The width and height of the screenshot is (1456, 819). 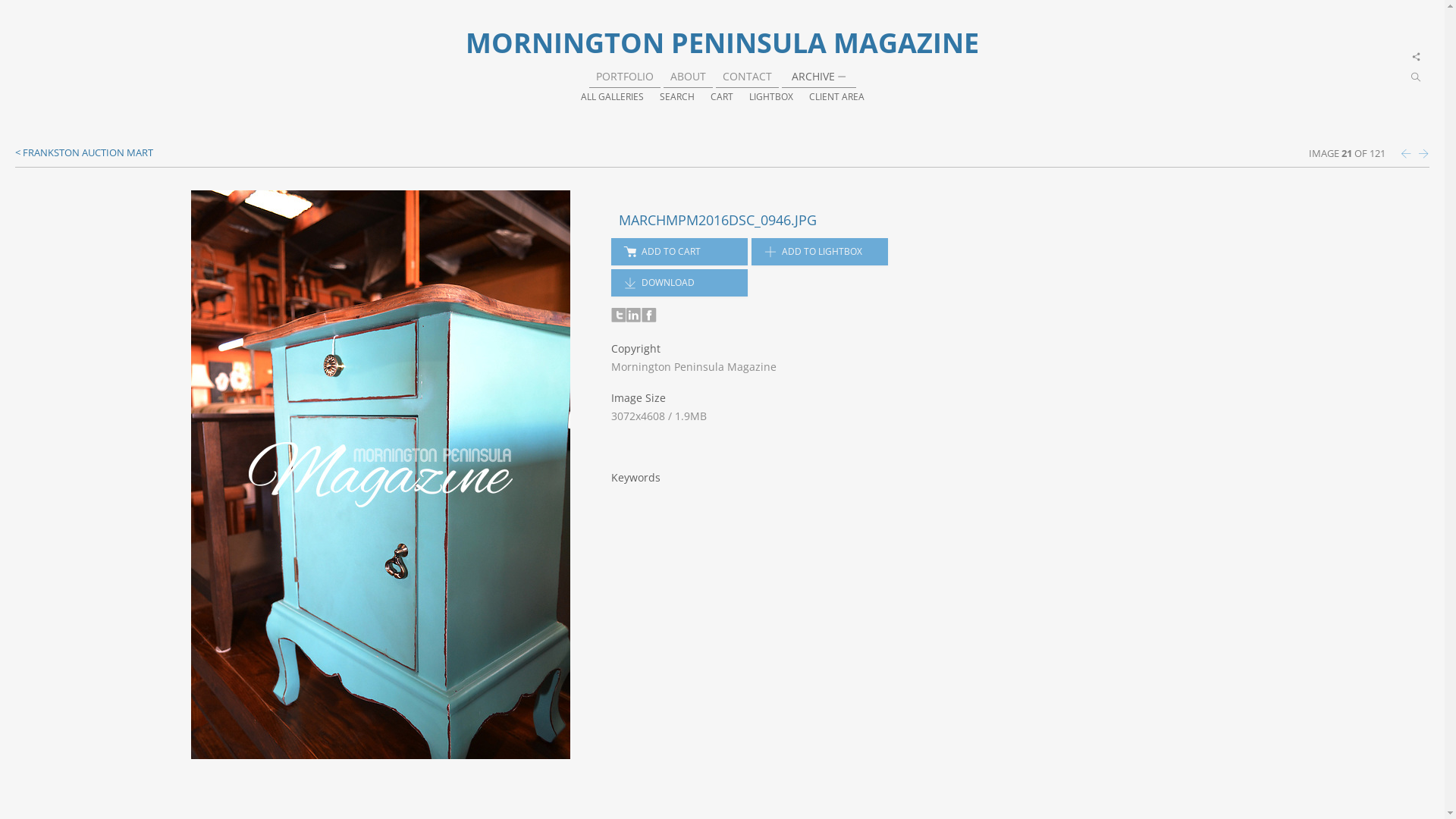 I want to click on 'ADD TO LIGHTBOX', so click(x=818, y=250).